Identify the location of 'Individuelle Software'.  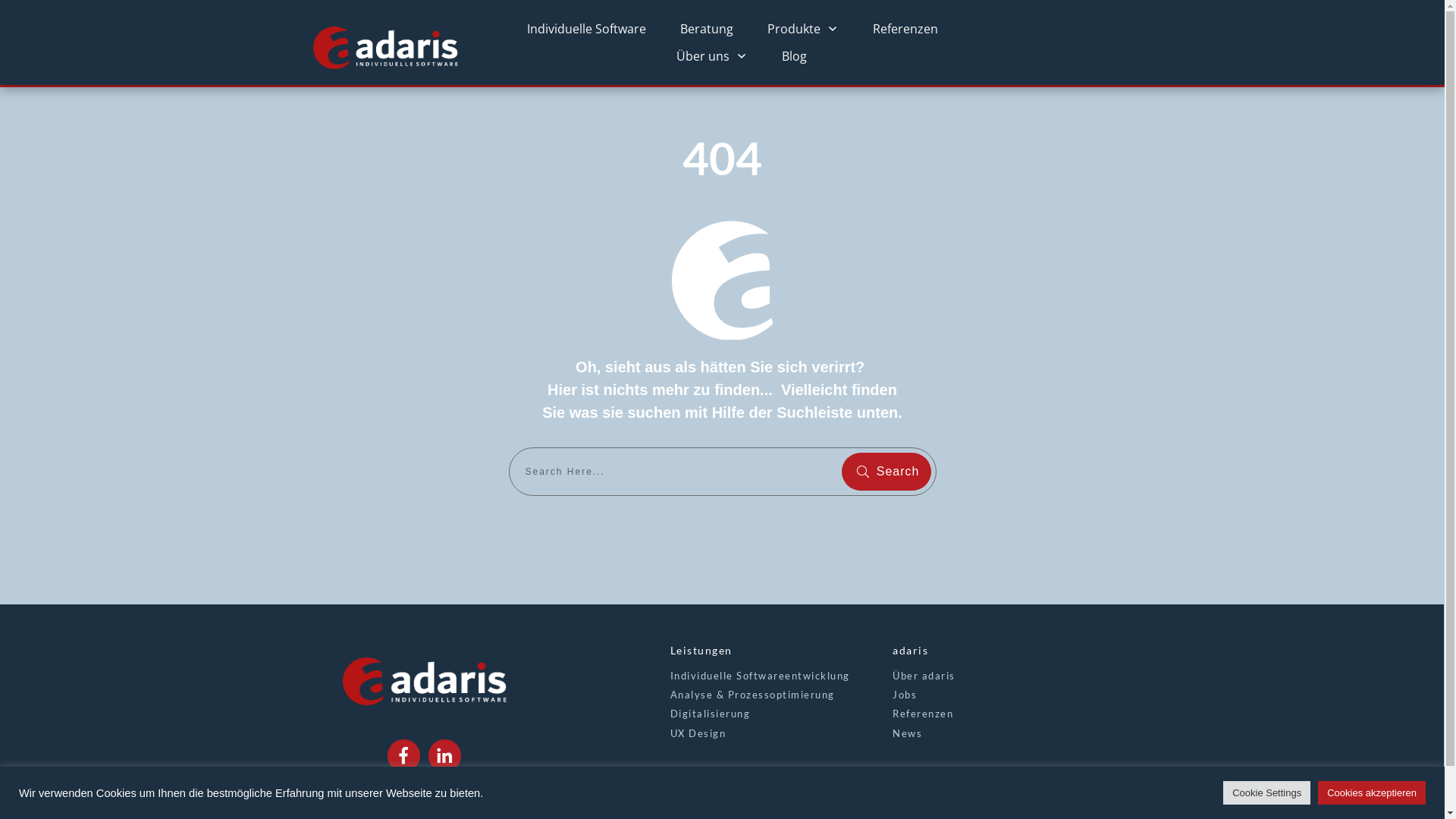
(585, 29).